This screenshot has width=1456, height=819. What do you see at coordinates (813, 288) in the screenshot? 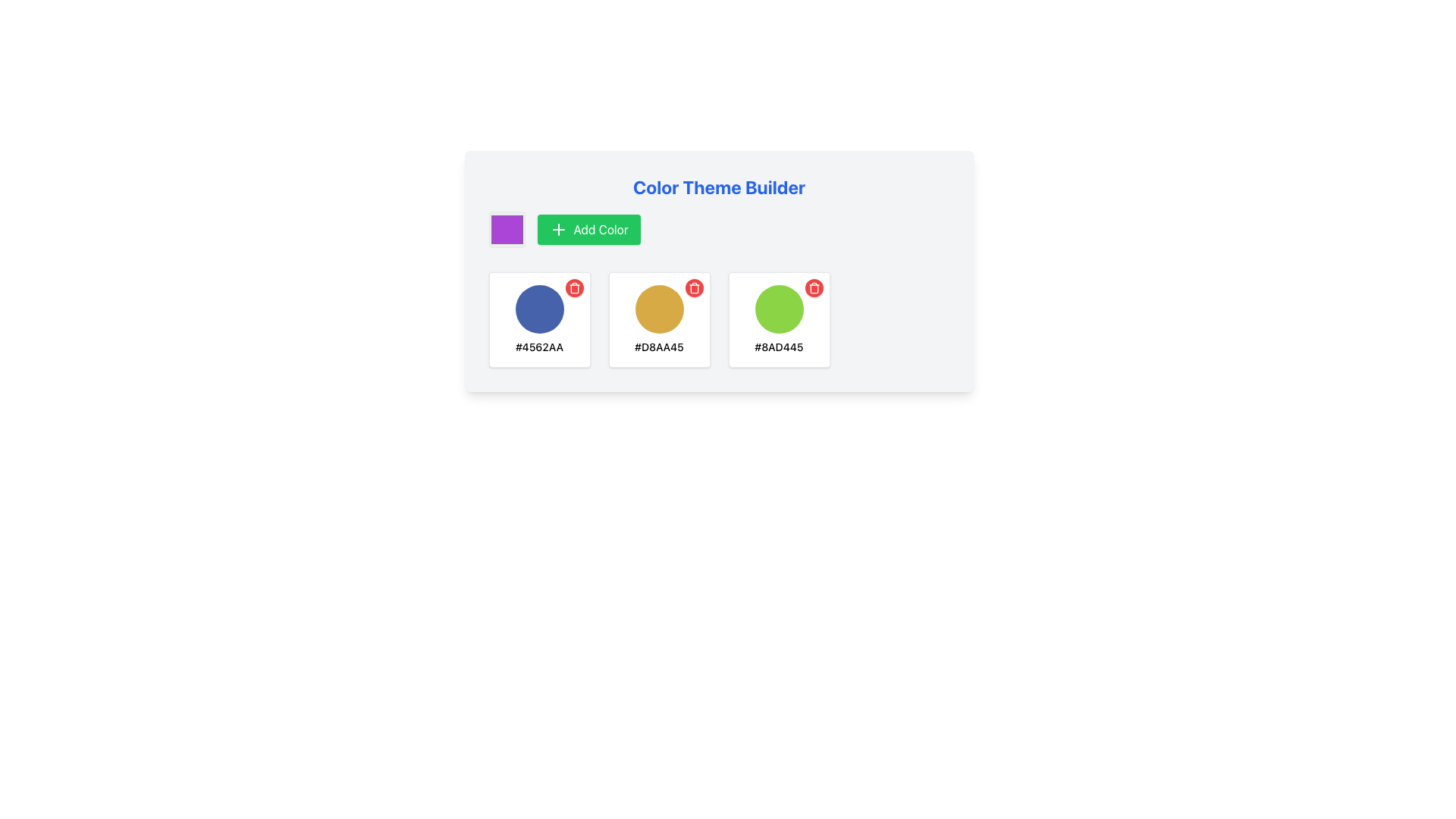
I see `the red circular delete button with a white trashcan icon located at the top-right corner of the color card representing #8AD445` at bounding box center [813, 288].